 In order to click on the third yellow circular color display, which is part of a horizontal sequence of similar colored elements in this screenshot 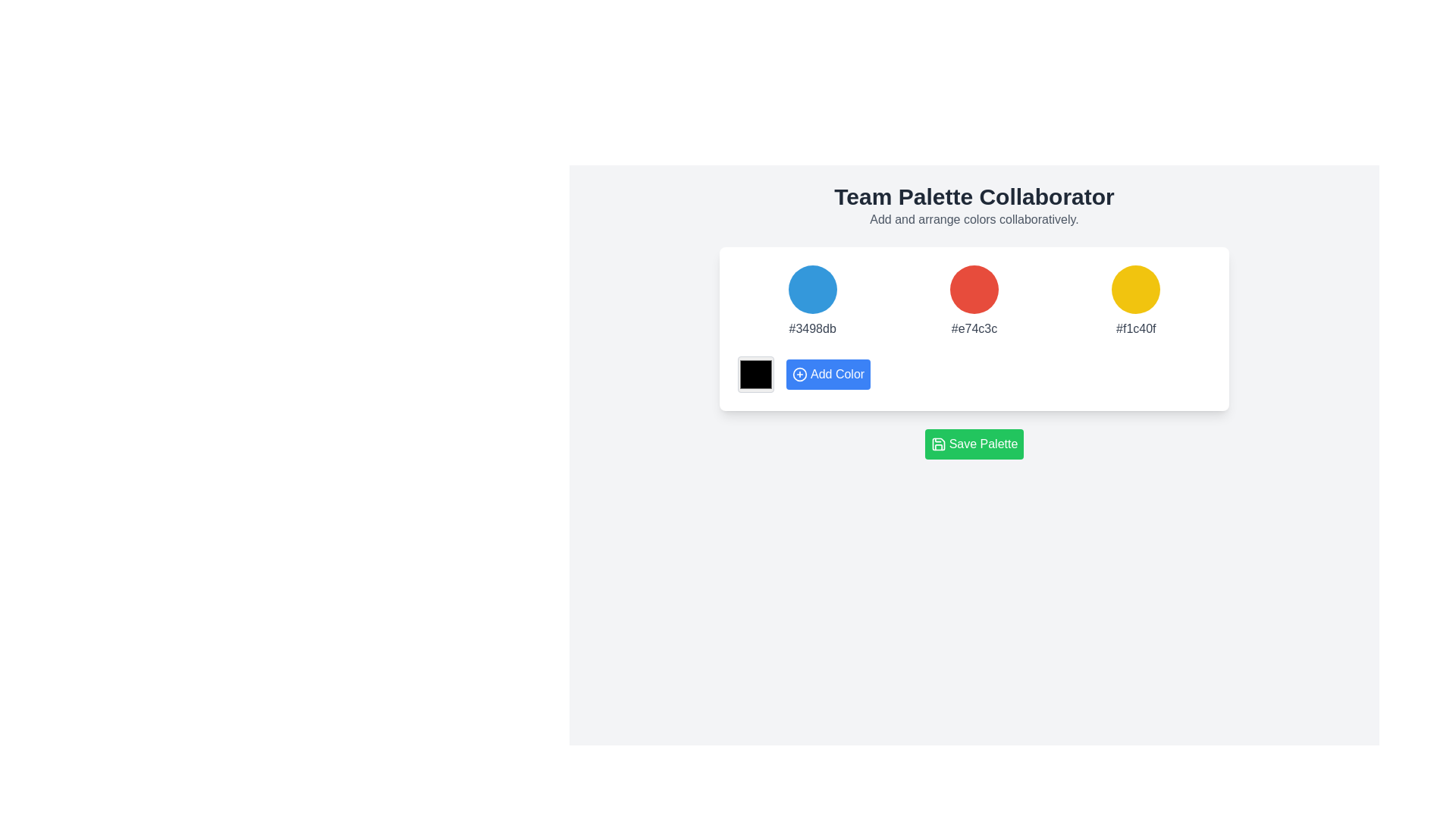, I will do `click(1136, 289)`.